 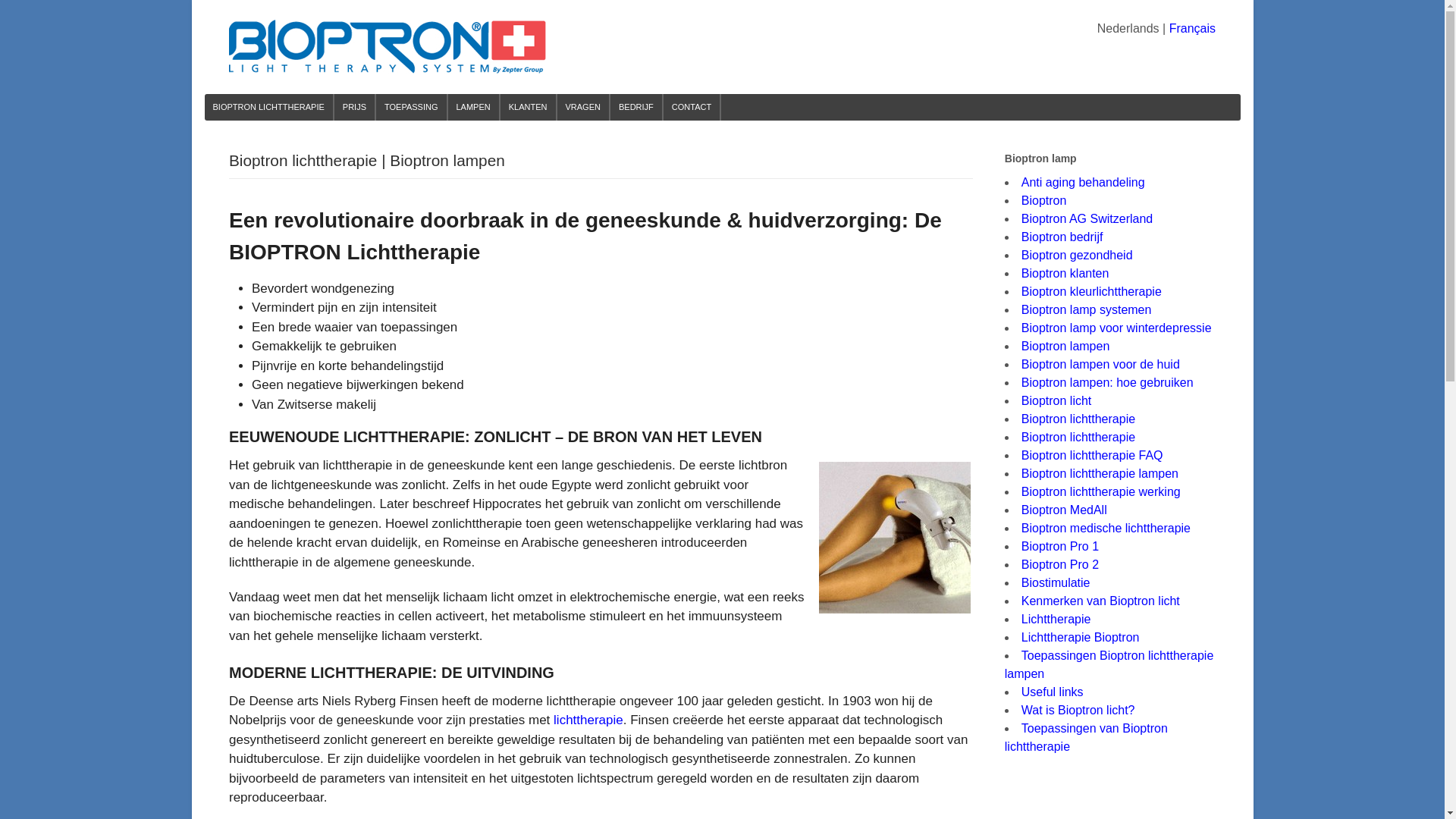 What do you see at coordinates (1051, 692) in the screenshot?
I see `'Useful links'` at bounding box center [1051, 692].